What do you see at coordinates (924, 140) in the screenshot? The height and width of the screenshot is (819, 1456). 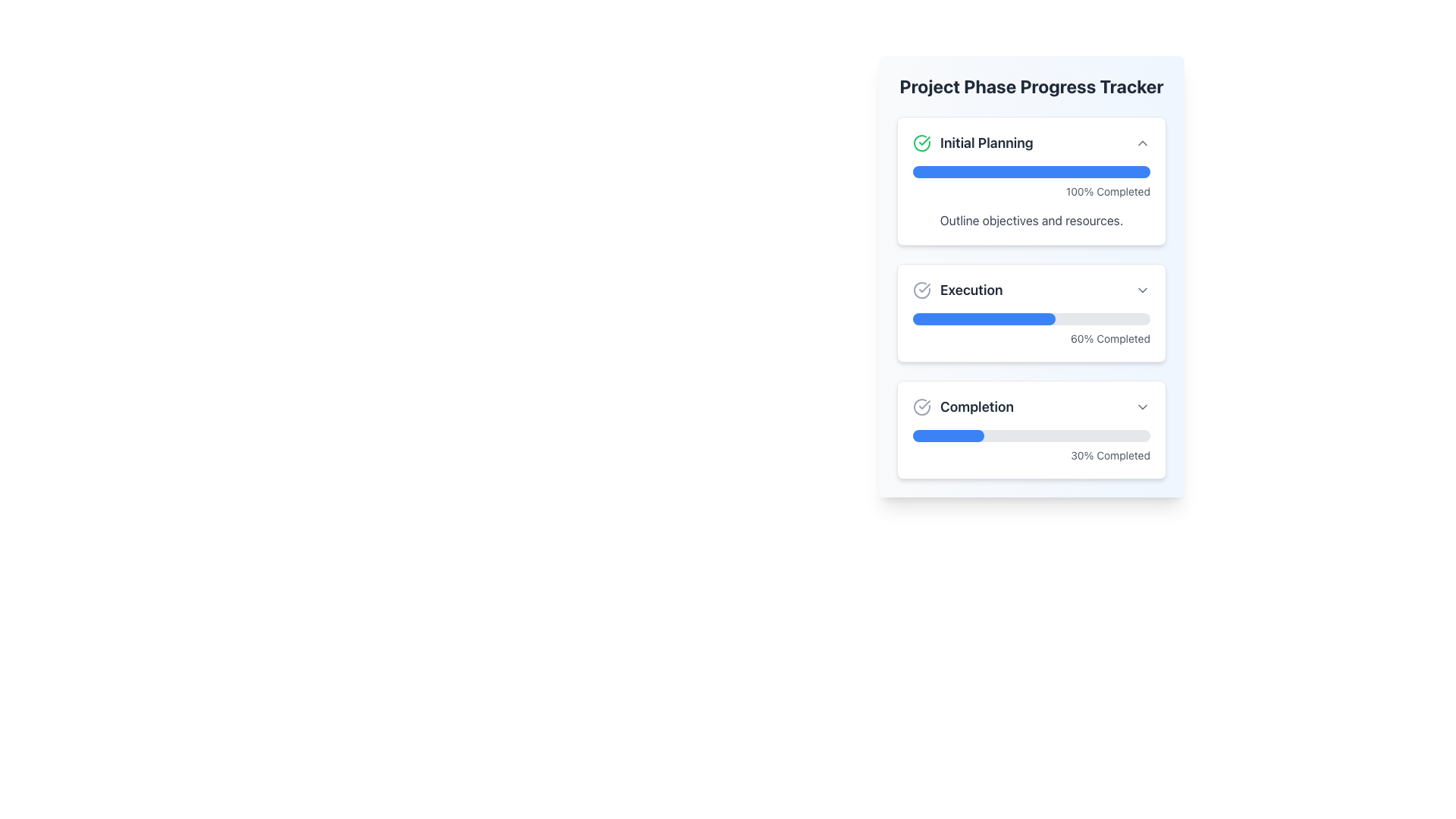 I see `properties of the green checkmark icon located within the 'Initial Planning' card of the 'Project Phase Progress Tracker' panel` at bounding box center [924, 140].